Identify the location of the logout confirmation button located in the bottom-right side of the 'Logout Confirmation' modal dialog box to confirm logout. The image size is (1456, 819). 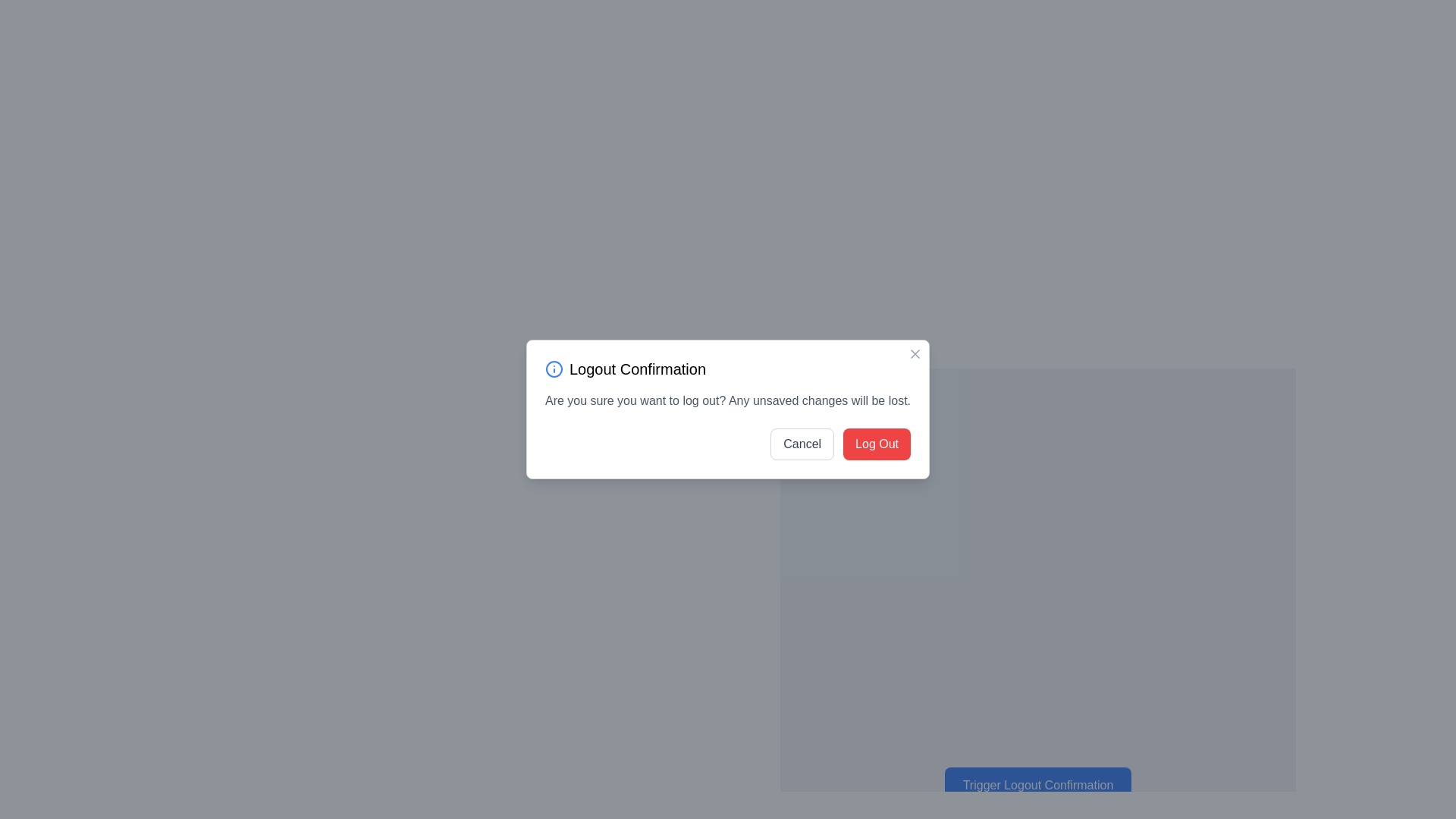
(877, 444).